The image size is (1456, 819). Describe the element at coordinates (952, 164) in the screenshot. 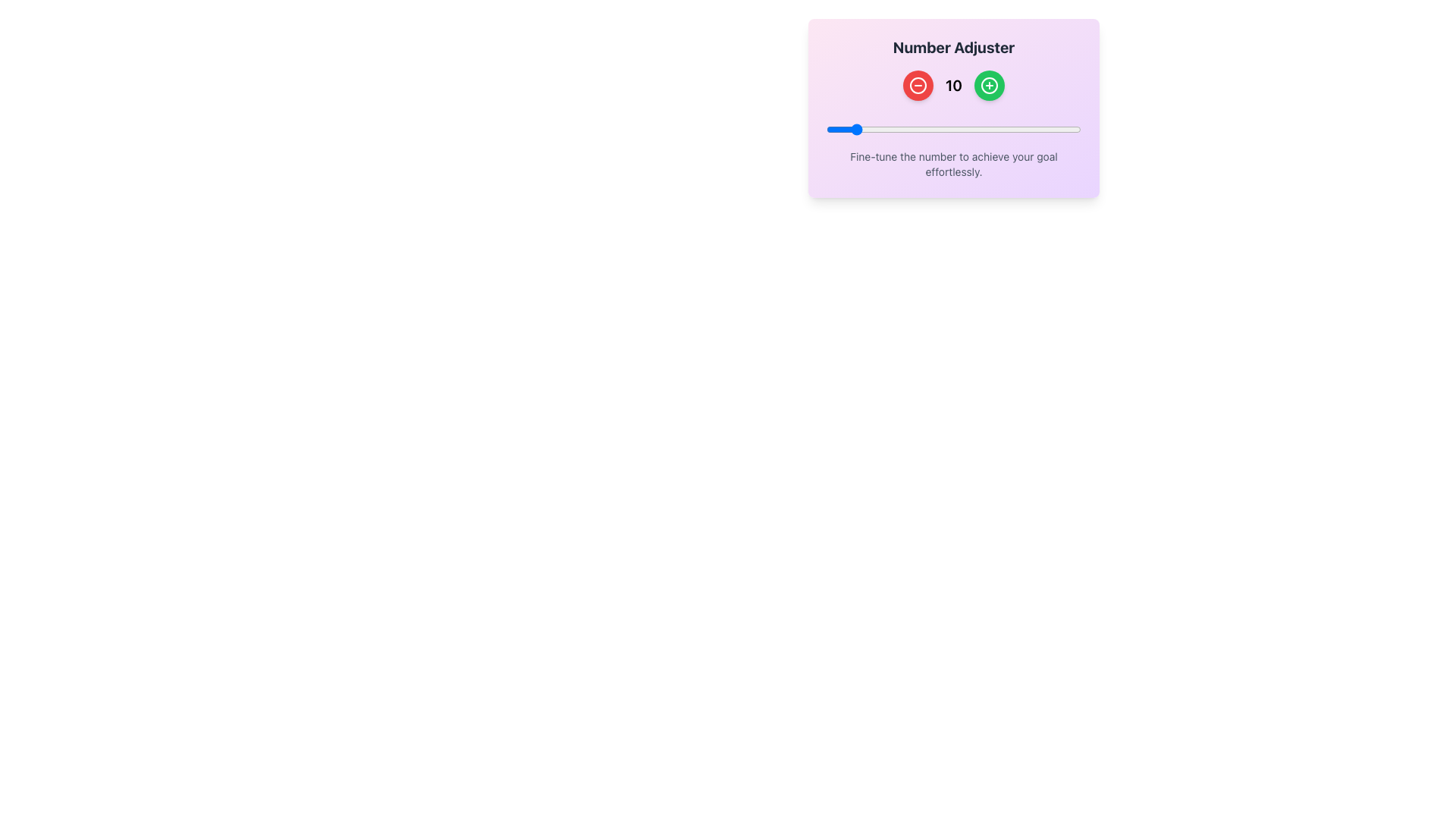

I see `the static text element containing the phrase 'Fine-tune the number to achieve your goal effortlessly.' which is styled in small gray font and is center-aligned within its section` at that location.